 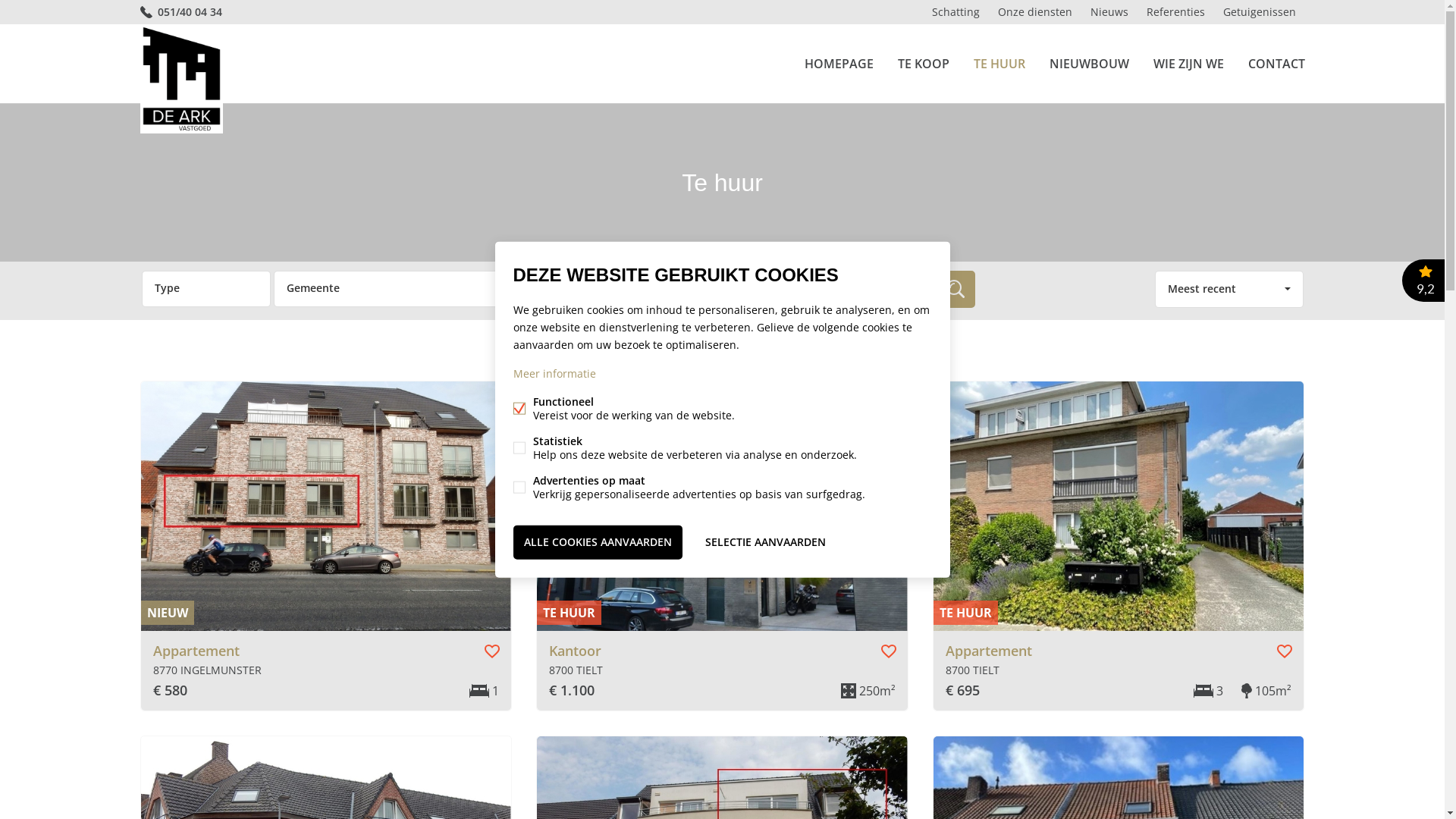 What do you see at coordinates (513, 373) in the screenshot?
I see `'Meer informatie'` at bounding box center [513, 373].